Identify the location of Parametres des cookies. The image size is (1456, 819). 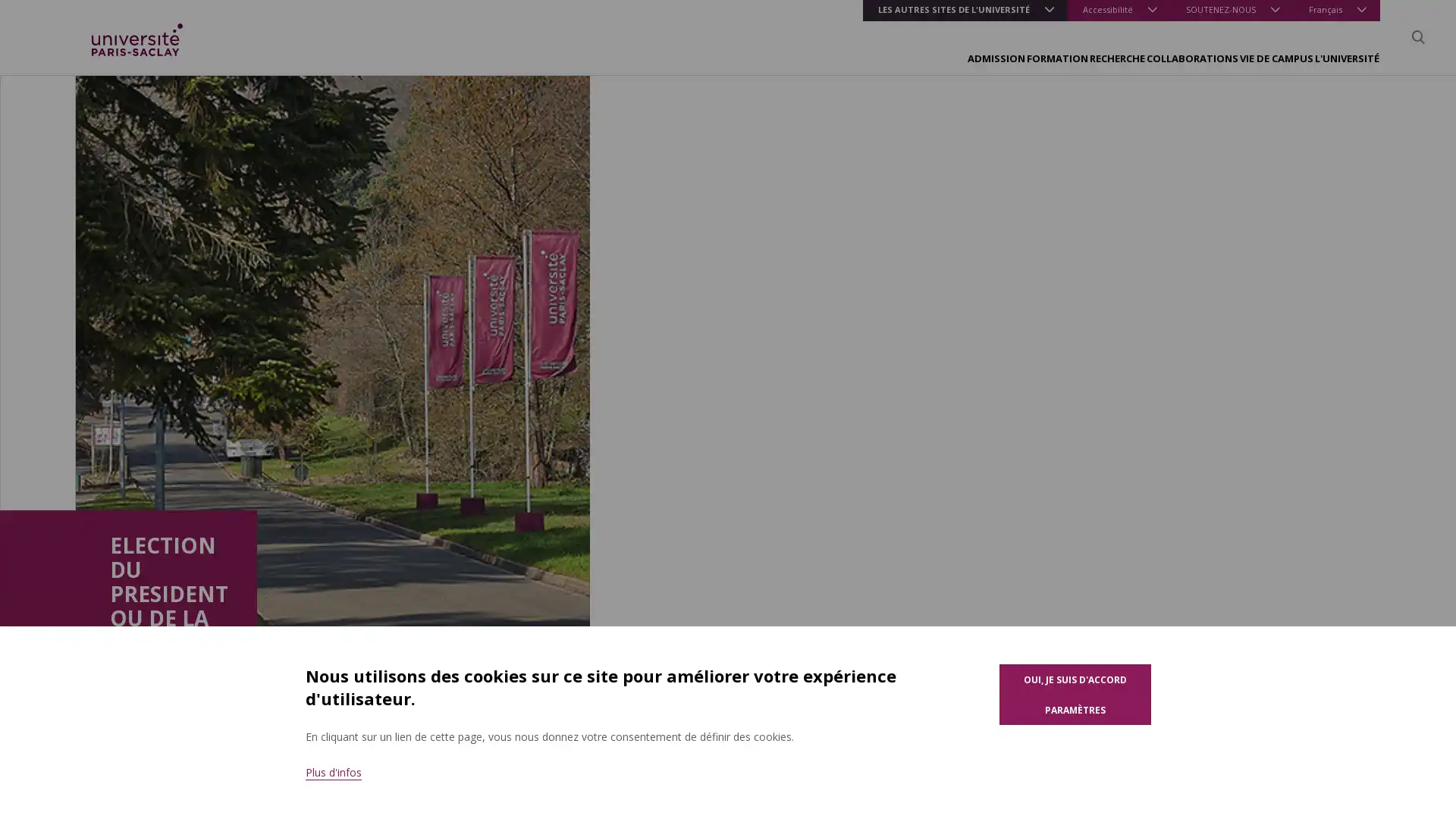
(1073, 720).